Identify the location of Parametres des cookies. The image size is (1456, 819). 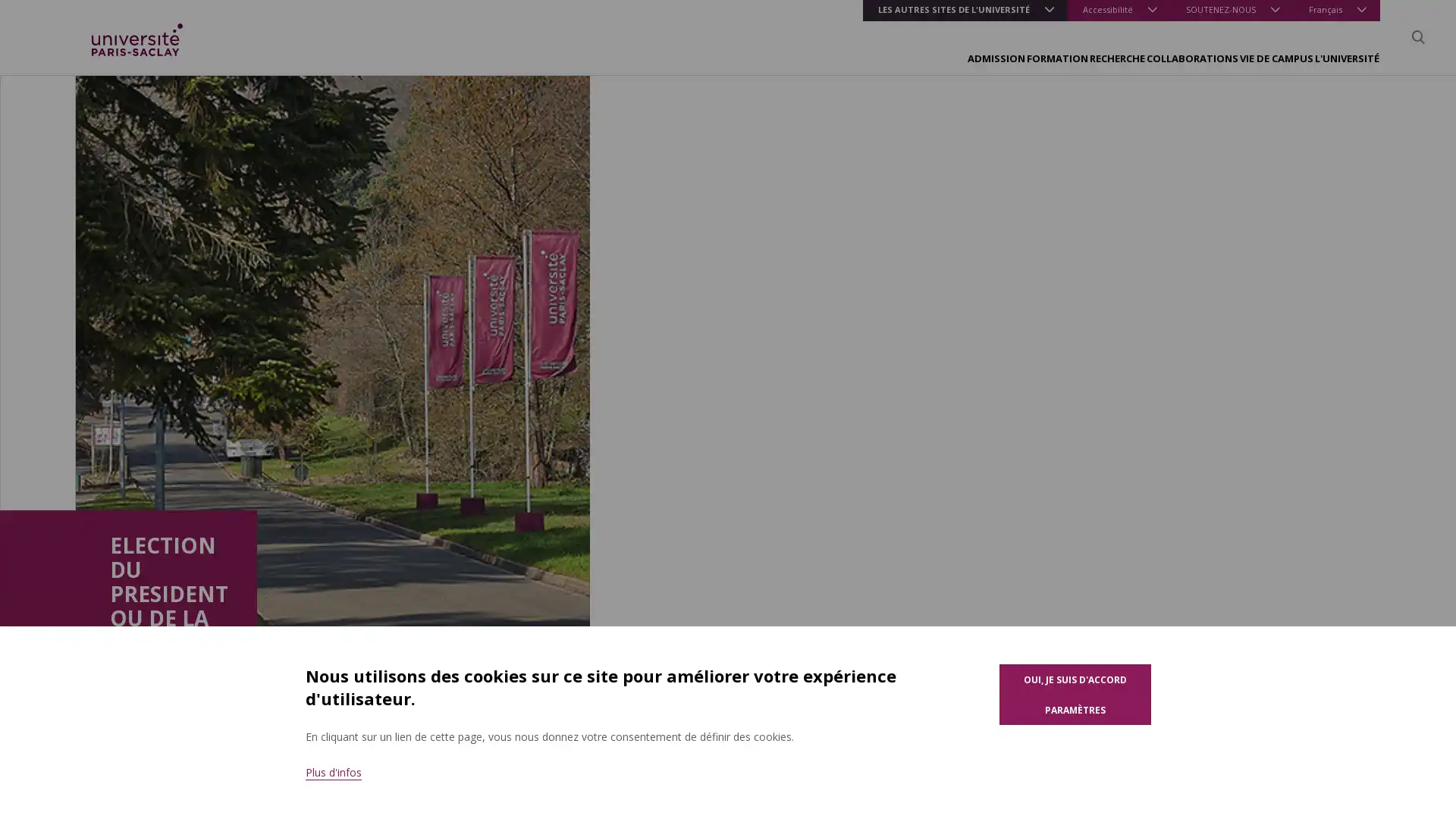
(1073, 720).